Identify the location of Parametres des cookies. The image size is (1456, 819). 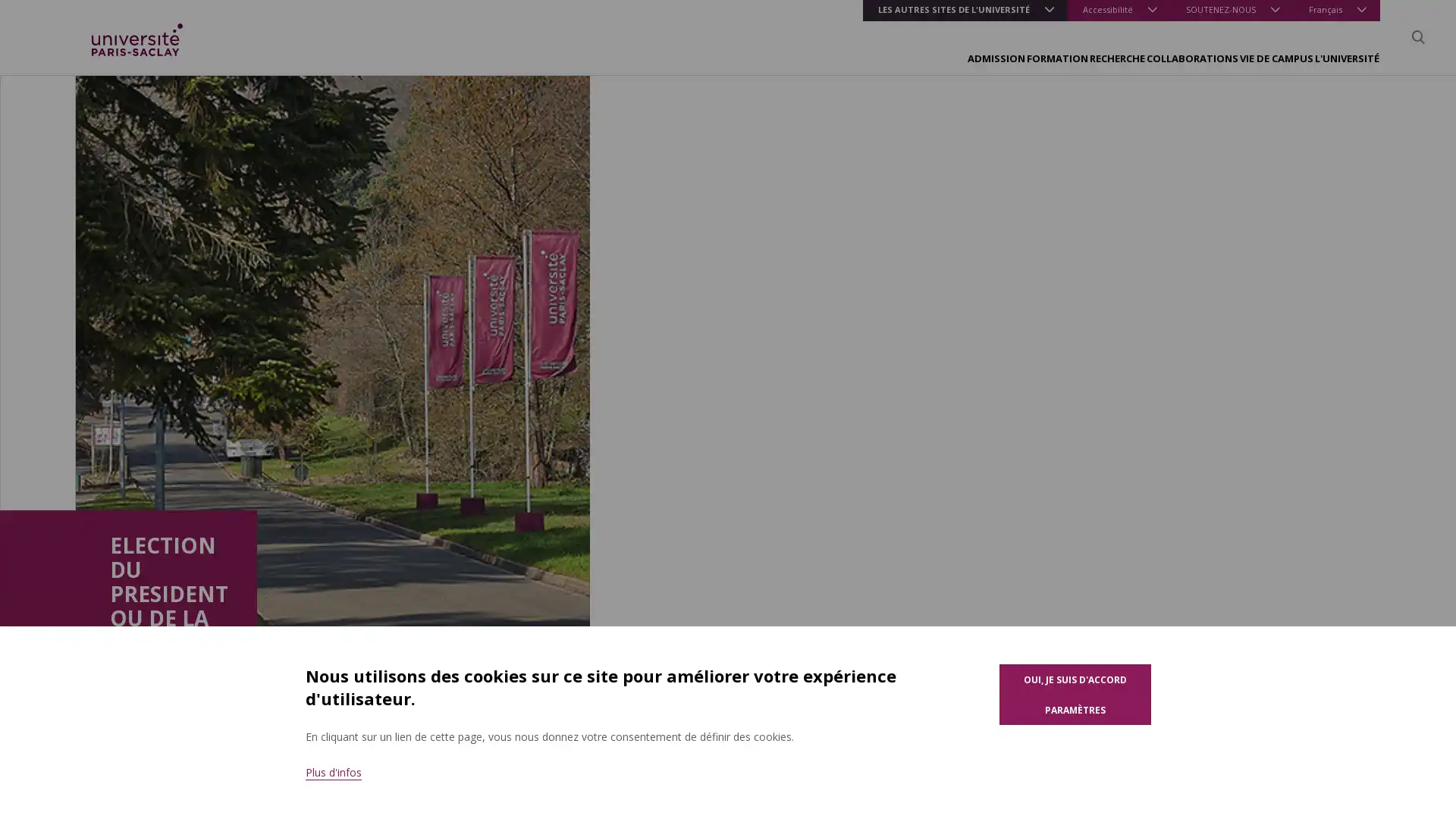
(1073, 720).